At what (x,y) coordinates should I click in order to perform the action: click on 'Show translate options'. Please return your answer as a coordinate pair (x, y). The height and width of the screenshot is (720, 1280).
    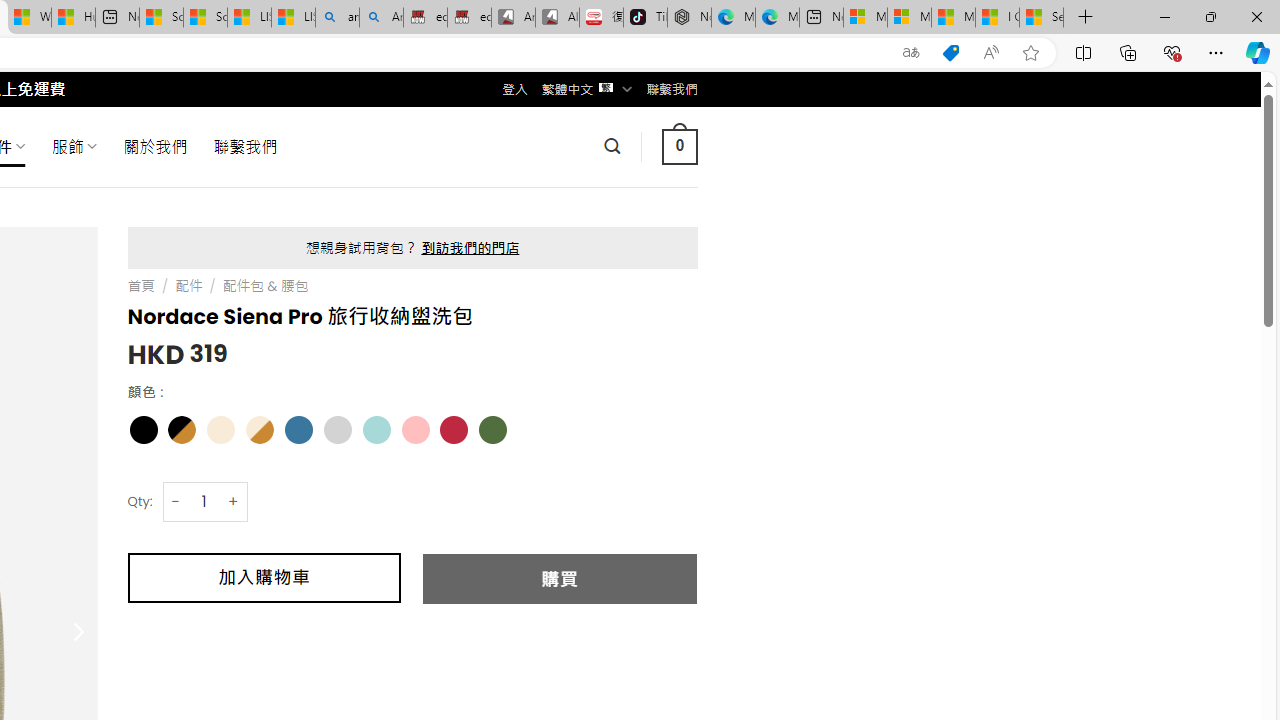
    Looking at the image, I should click on (909, 52).